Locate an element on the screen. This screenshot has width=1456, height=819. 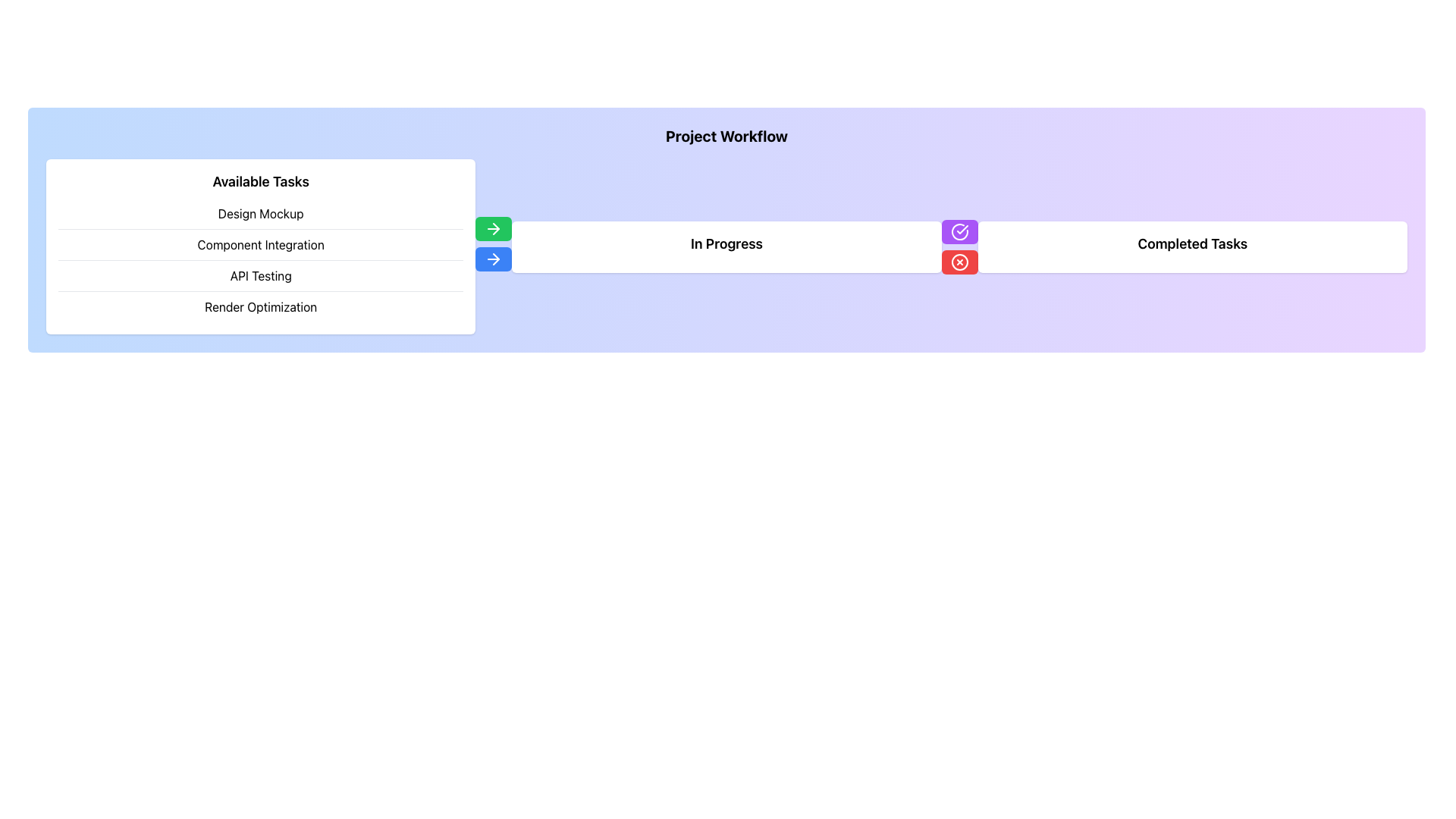
the non-interactive label representing the task named 'Render Optimization', which is the fourth item in the list of available tasks is located at coordinates (261, 307).